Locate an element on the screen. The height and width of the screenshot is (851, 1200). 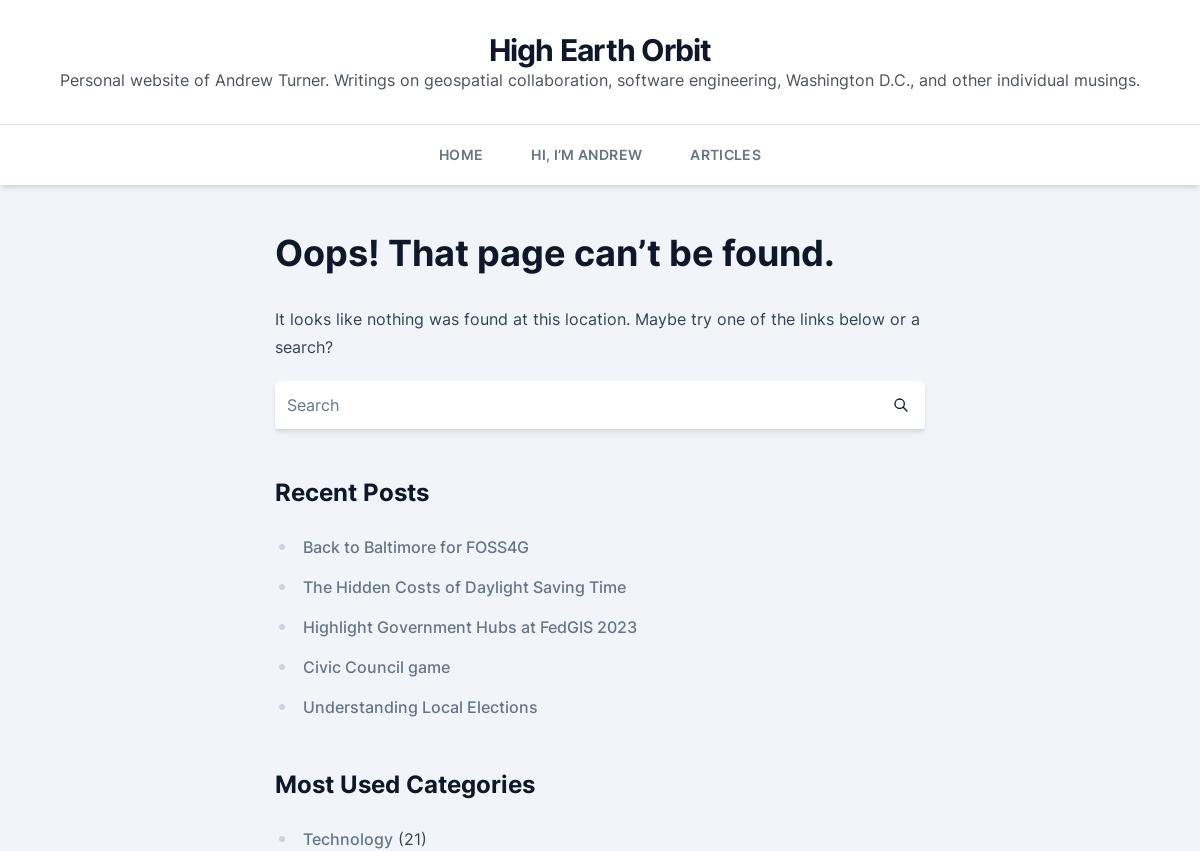
'High Earth Orbit' is located at coordinates (487, 50).